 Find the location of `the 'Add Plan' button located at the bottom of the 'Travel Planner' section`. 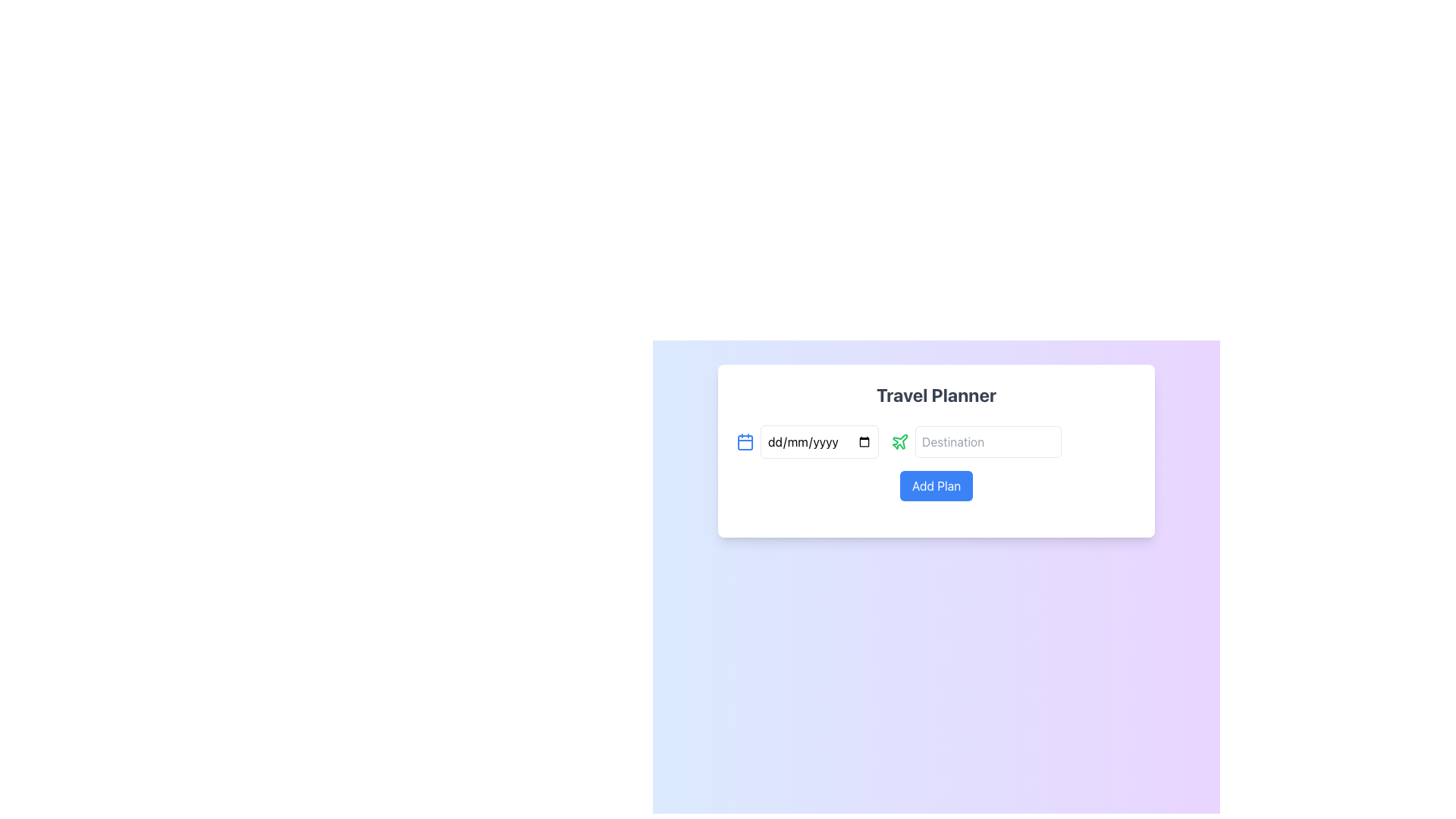

the 'Add Plan' button located at the bottom of the 'Travel Planner' section is located at coordinates (935, 485).